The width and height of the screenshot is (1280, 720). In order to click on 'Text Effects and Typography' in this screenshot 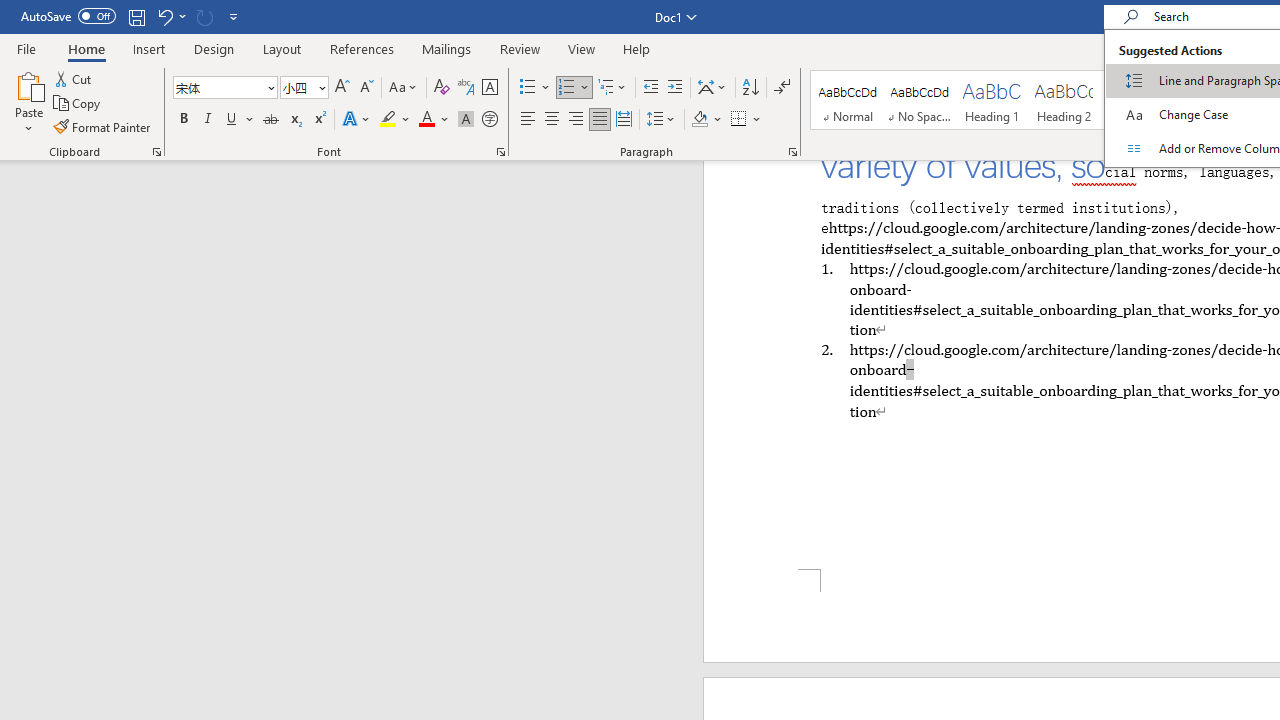, I will do `click(357, 119)`.